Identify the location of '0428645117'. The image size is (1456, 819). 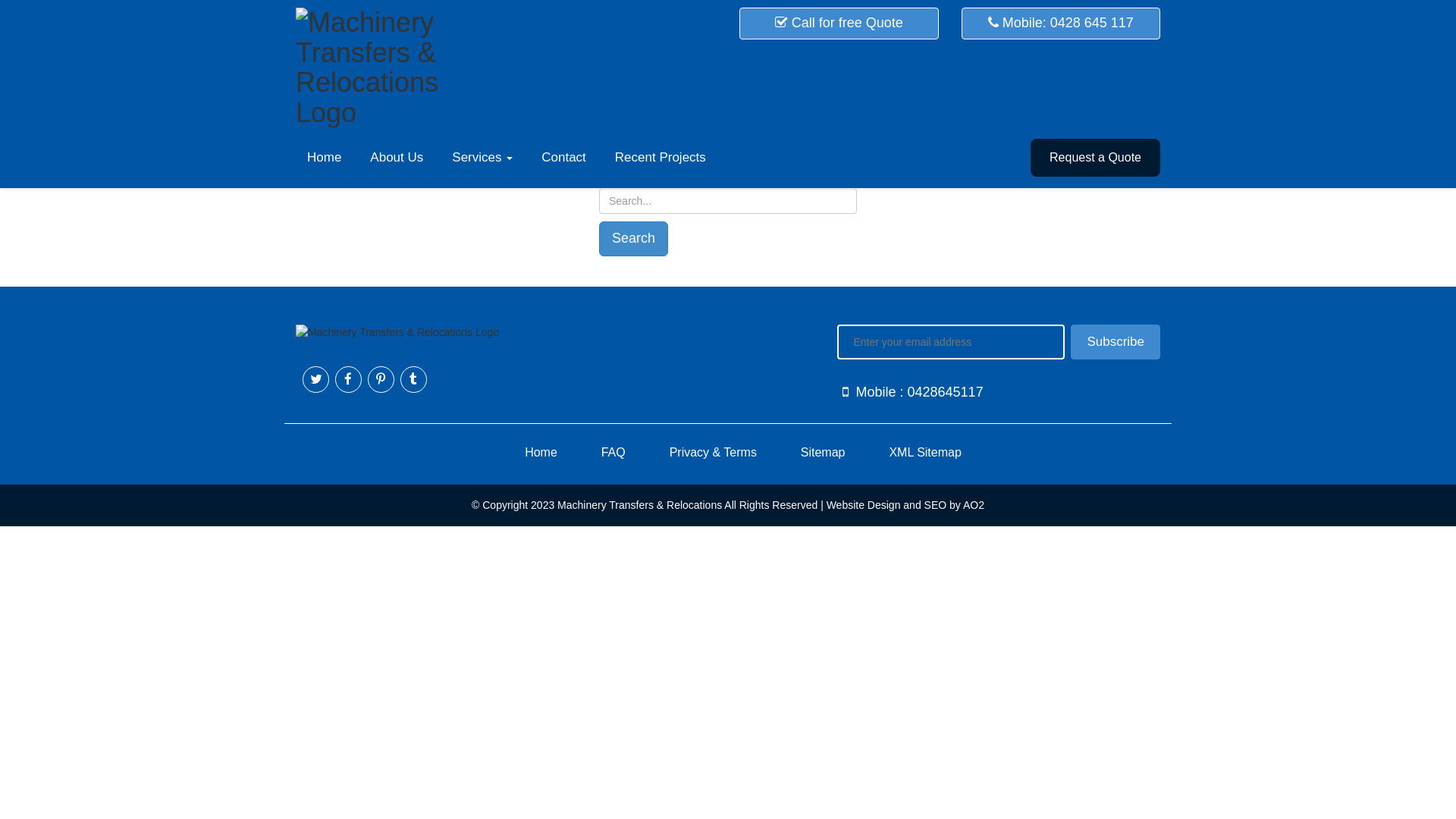
(945, 391).